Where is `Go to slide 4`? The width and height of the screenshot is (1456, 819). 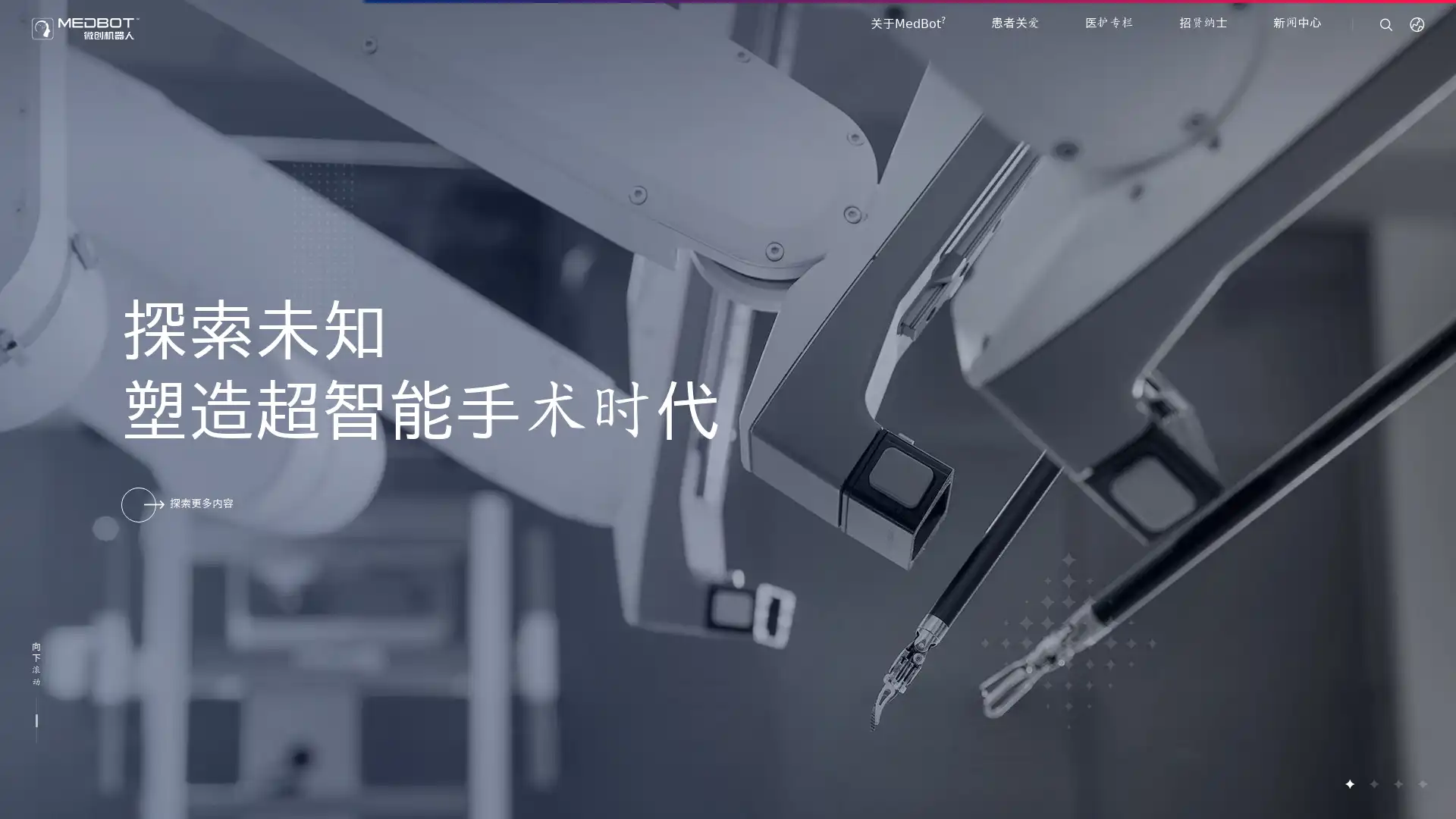
Go to slide 4 is located at coordinates (1421, 783).